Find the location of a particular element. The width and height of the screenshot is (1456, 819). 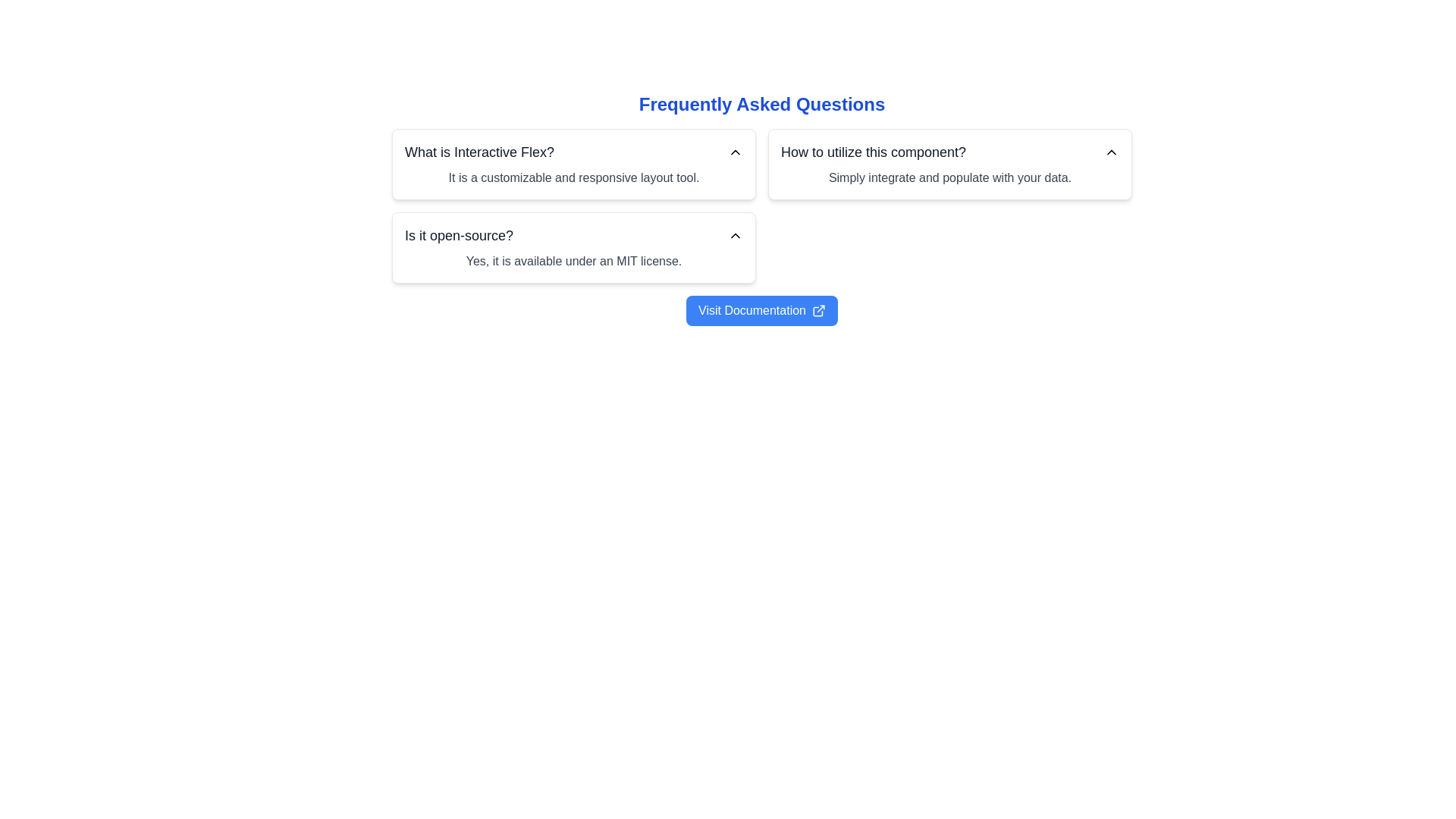

the upward-pointing chevron icon next to the text 'What is Interactive Flex?' is located at coordinates (735, 152).